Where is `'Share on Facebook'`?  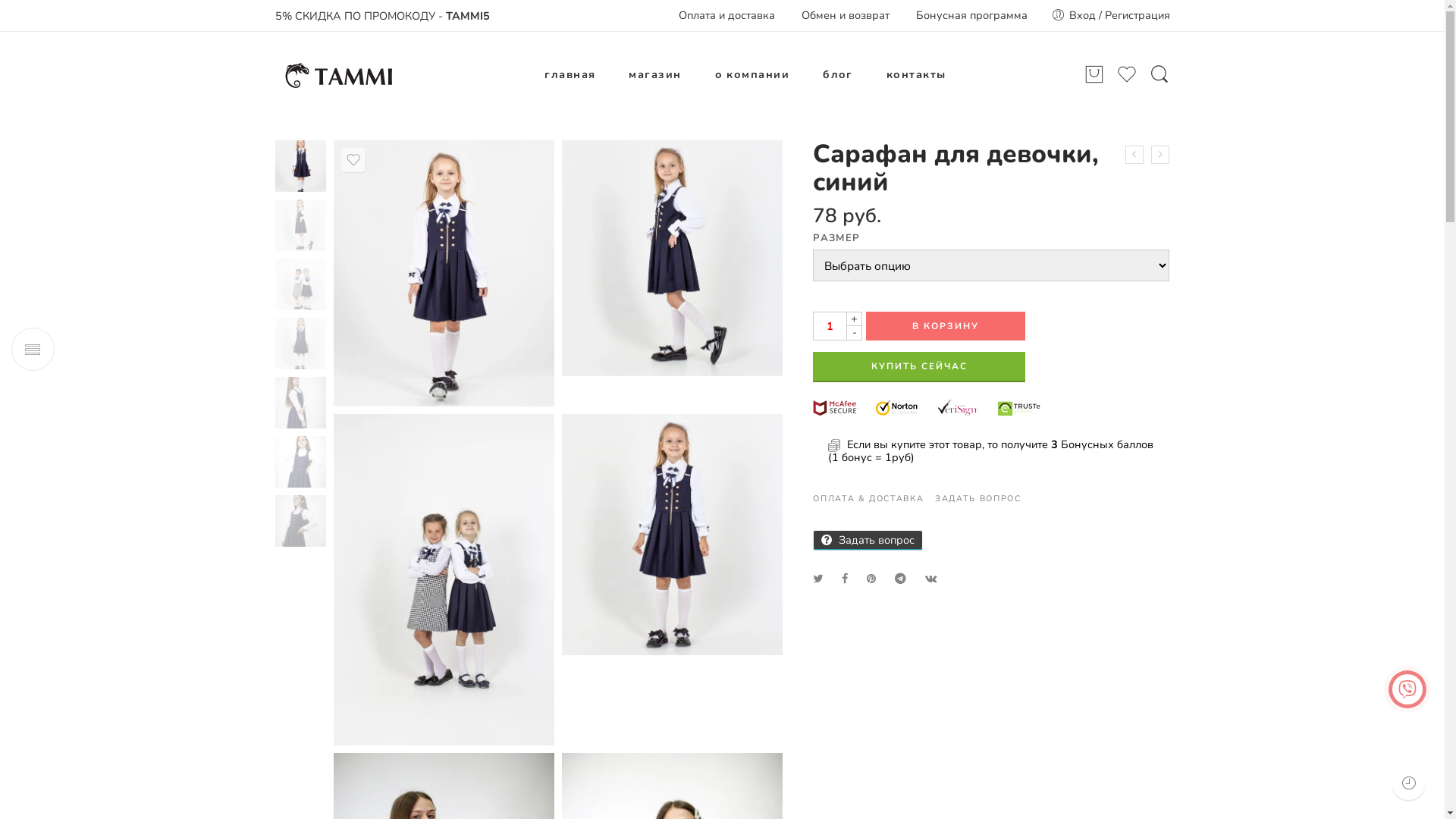
'Share on Facebook' is located at coordinates (843, 579).